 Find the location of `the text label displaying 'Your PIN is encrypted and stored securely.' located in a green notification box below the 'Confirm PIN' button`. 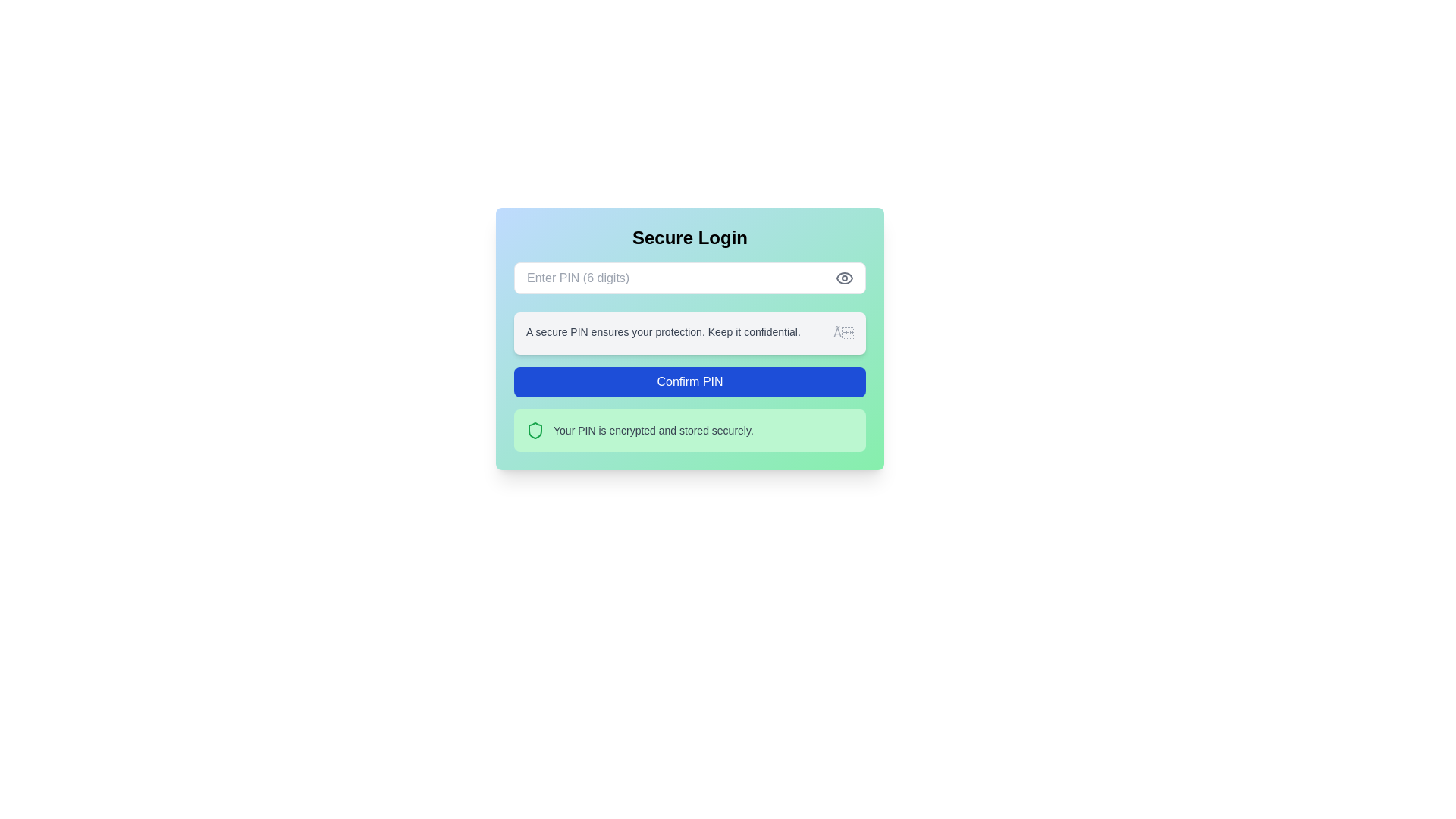

the text label displaying 'Your PIN is encrypted and stored securely.' located in a green notification box below the 'Confirm PIN' button is located at coordinates (653, 430).